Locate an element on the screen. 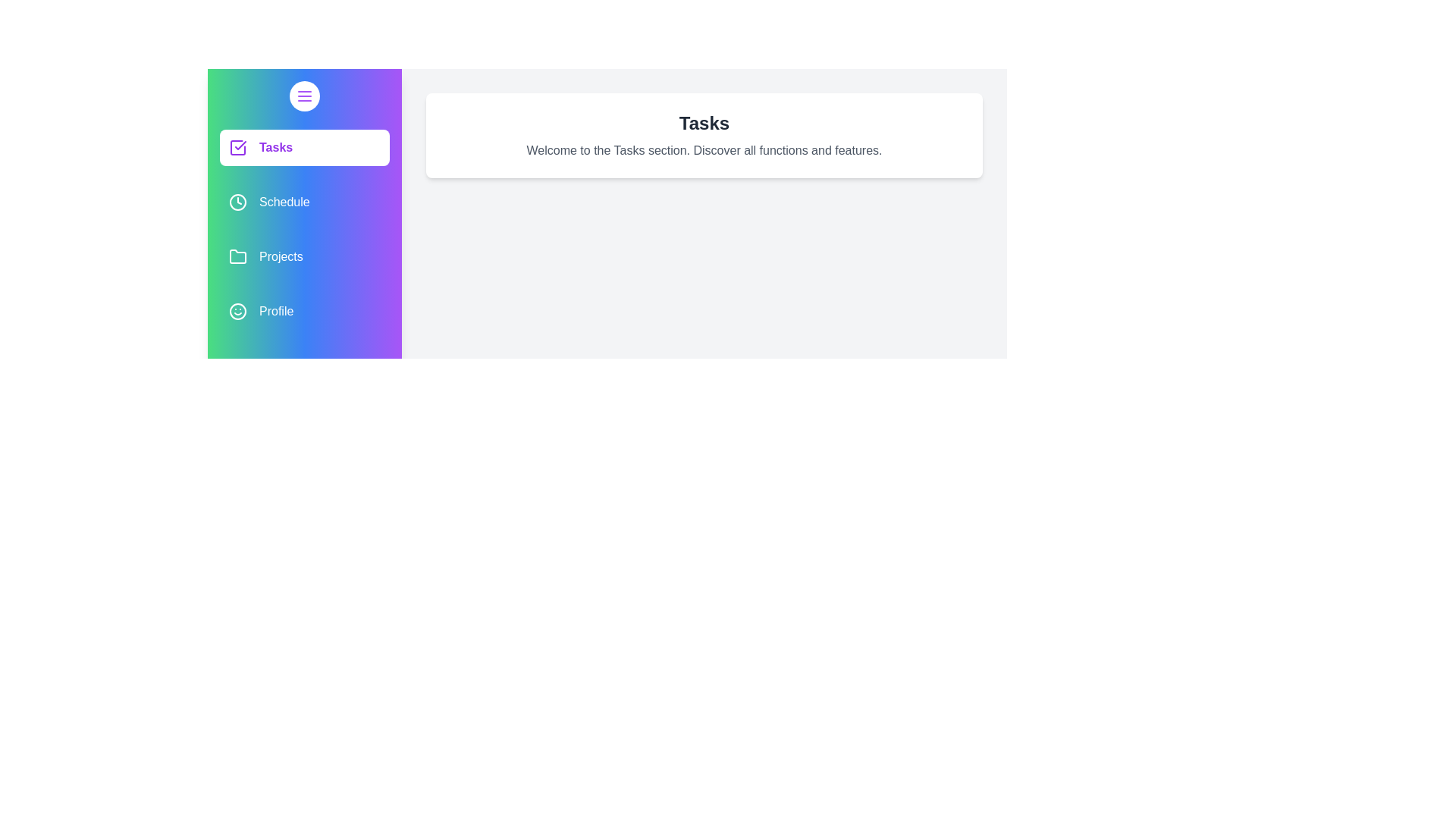 This screenshot has height=819, width=1456. the Projects section by clicking on its corresponding item in the list is located at coordinates (304, 256).